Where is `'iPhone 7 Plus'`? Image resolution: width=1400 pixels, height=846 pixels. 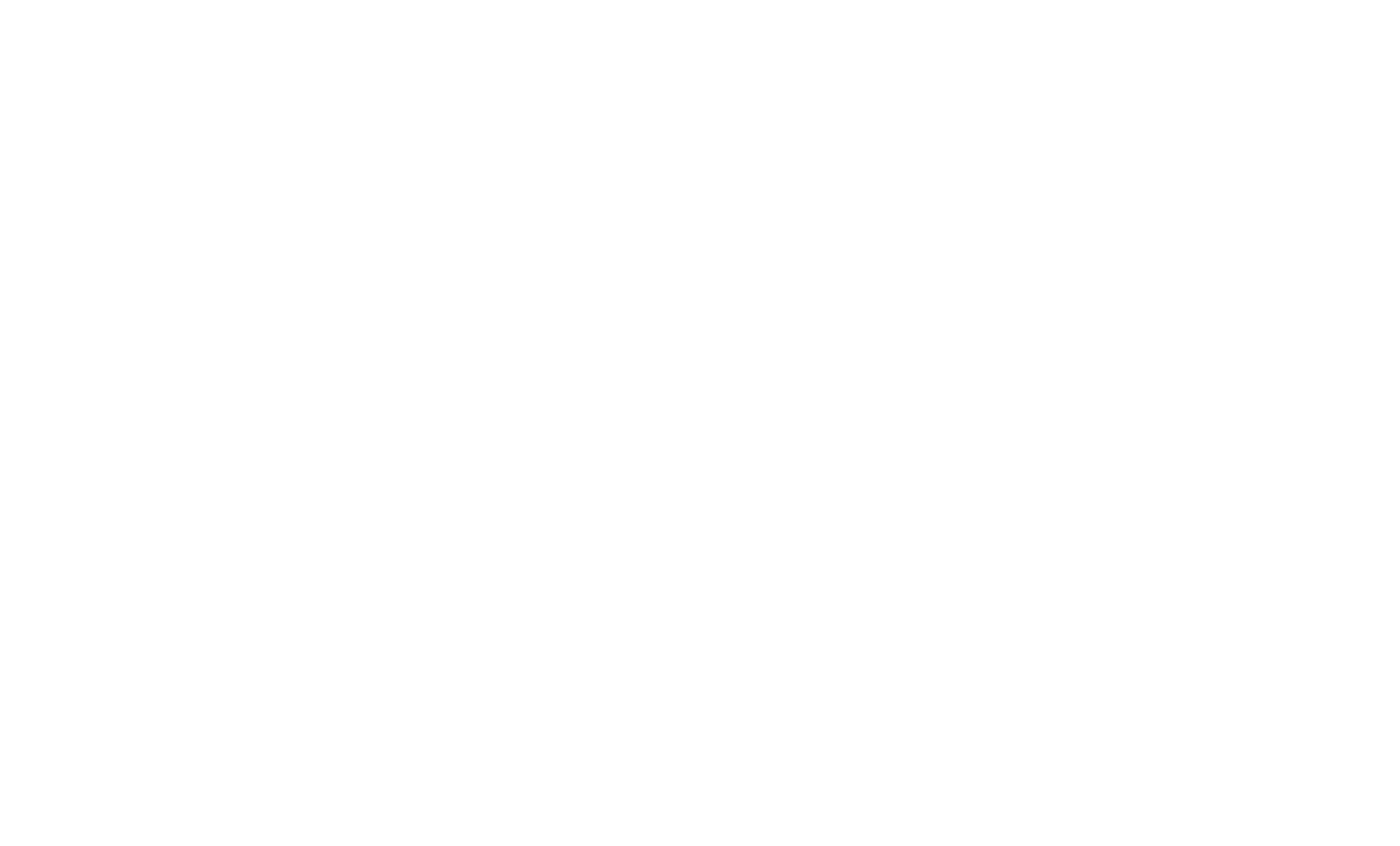
'iPhone 7 Plus' is located at coordinates (584, 63).